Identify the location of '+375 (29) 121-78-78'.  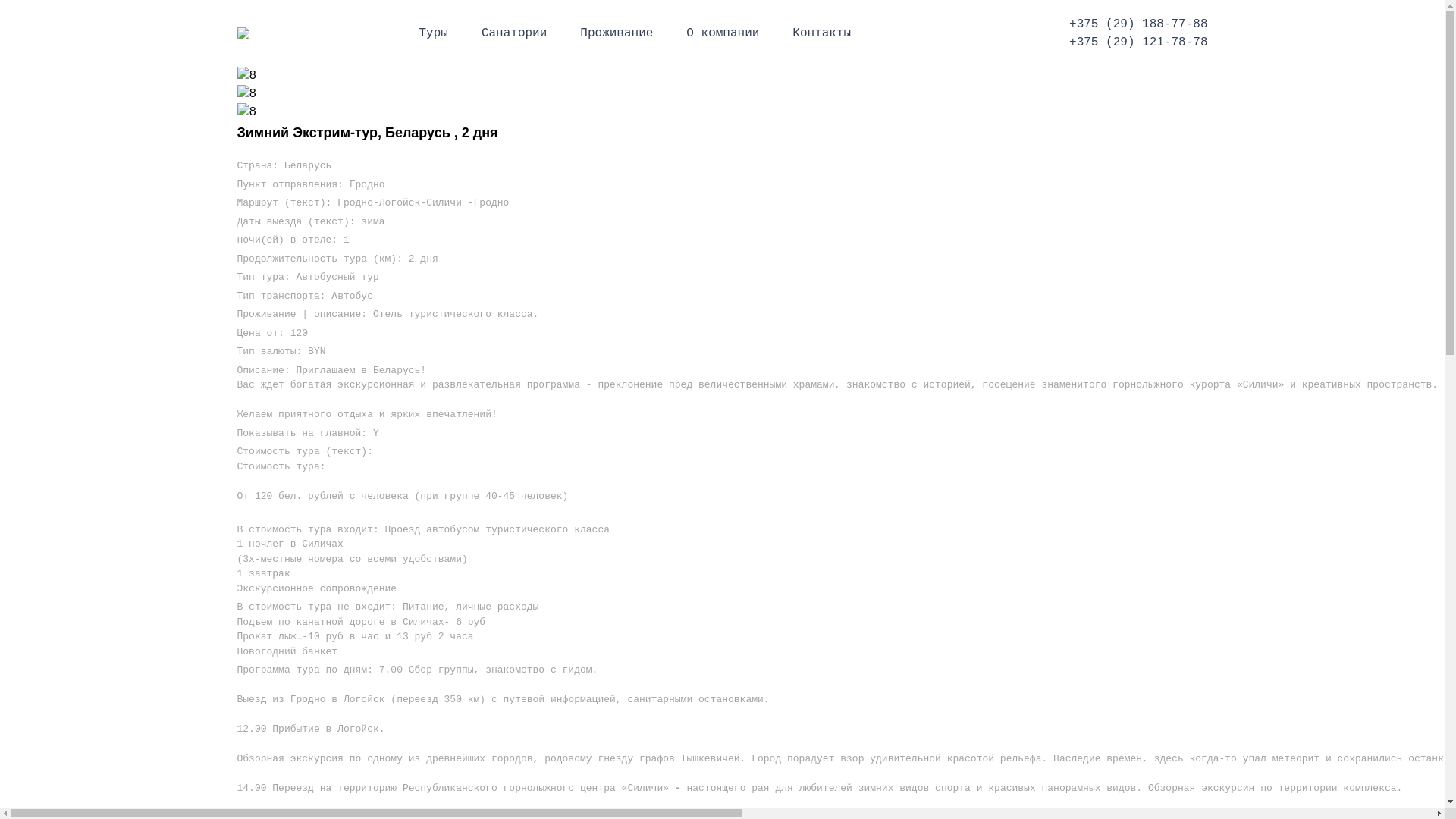
(1068, 42).